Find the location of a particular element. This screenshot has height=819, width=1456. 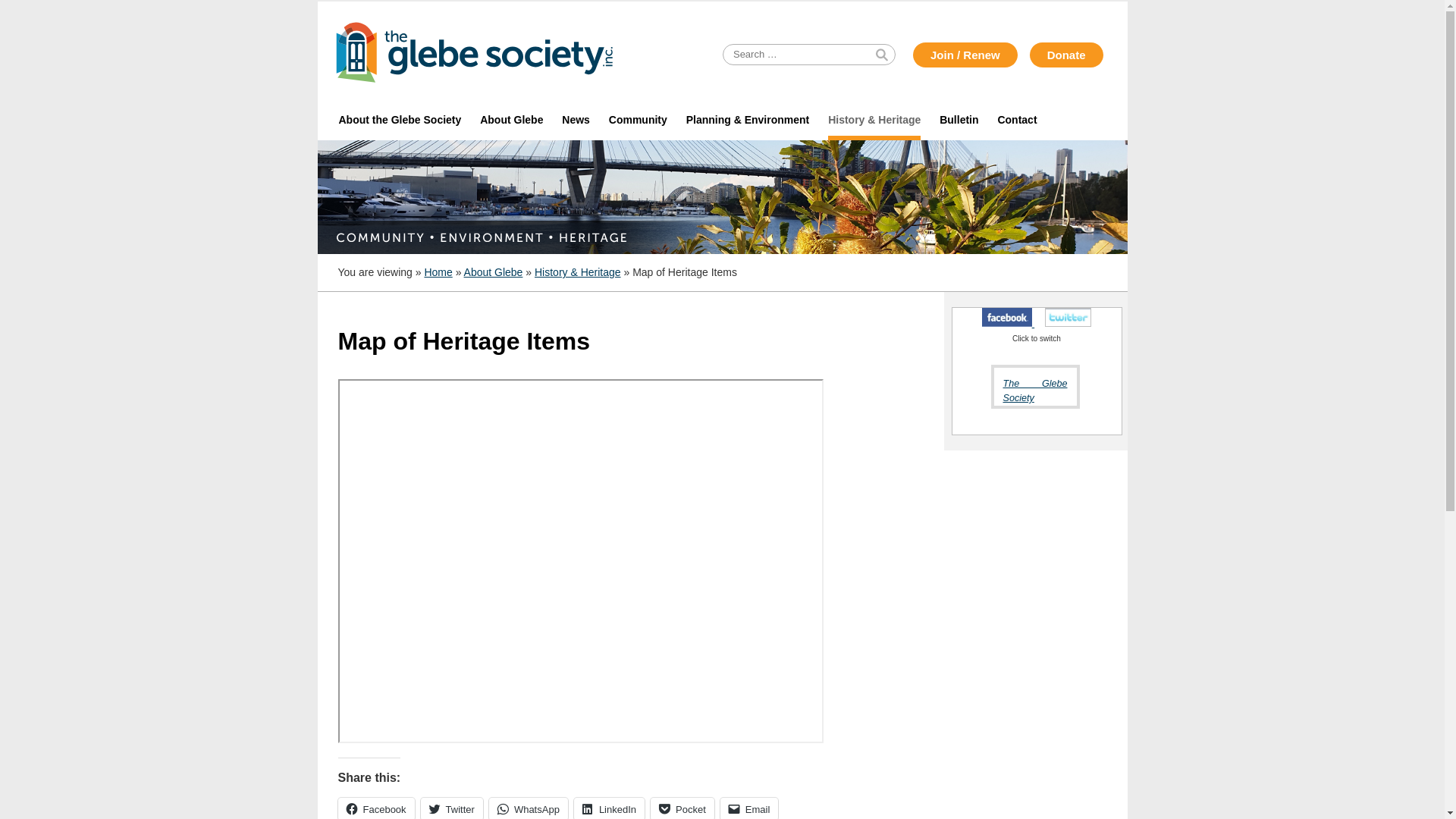

'Home' is located at coordinates (437, 271).